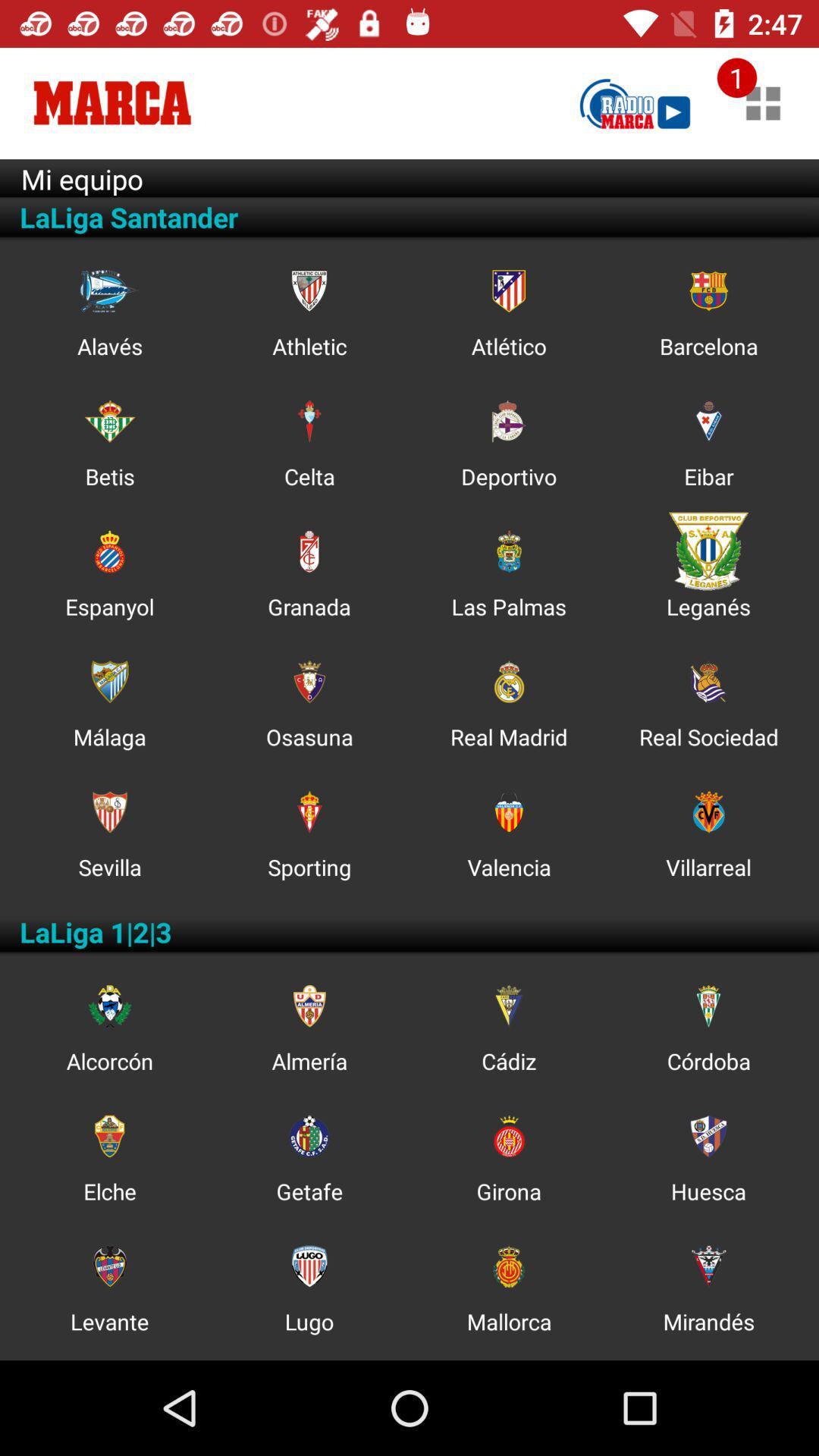 This screenshot has width=819, height=1456. What do you see at coordinates (108, 551) in the screenshot?
I see `the attach_file icon` at bounding box center [108, 551].